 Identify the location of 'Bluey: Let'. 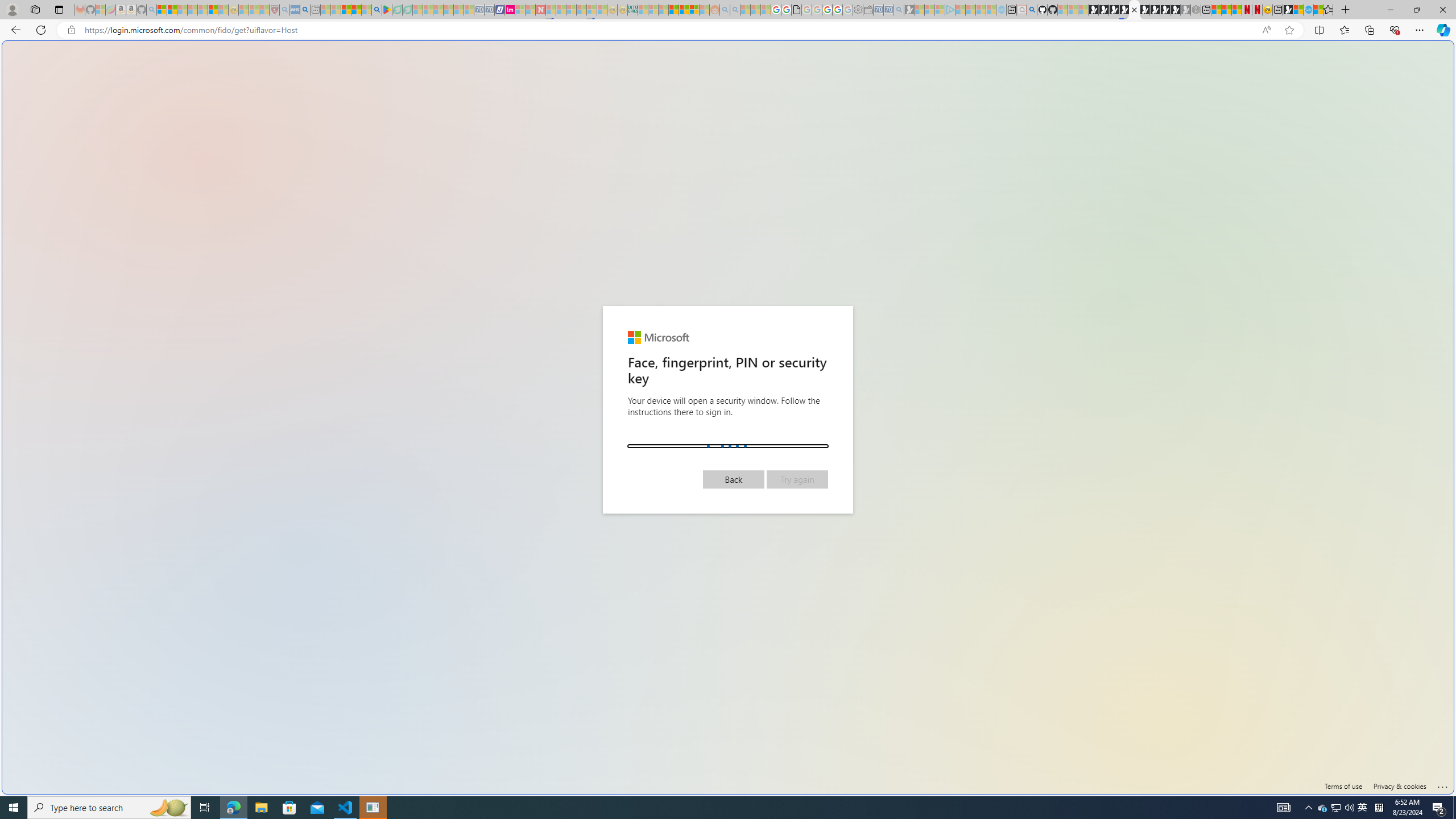
(387, 9).